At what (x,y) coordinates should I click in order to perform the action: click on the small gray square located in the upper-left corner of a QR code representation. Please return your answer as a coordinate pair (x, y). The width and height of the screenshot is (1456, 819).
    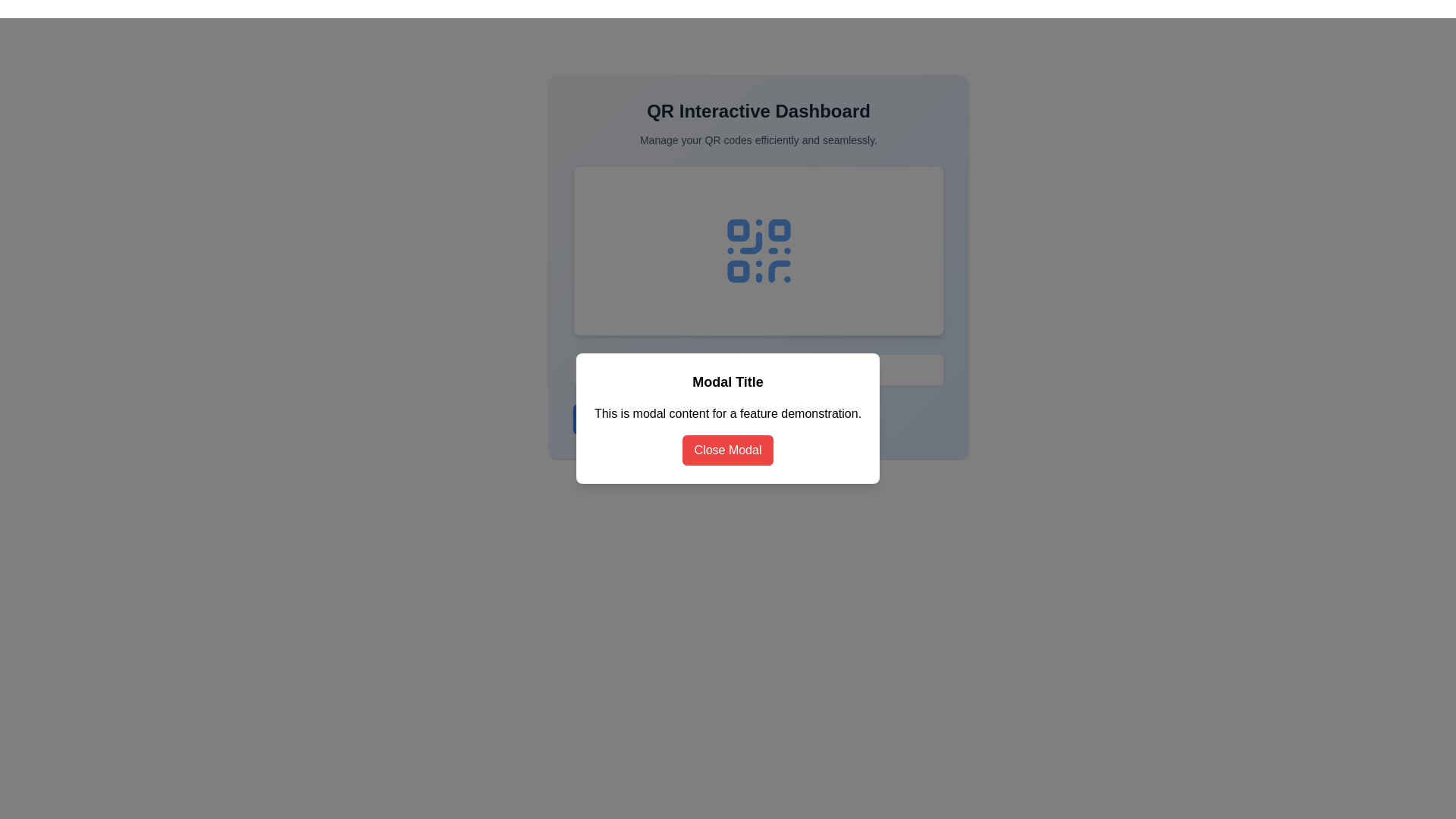
    Looking at the image, I should click on (738, 230).